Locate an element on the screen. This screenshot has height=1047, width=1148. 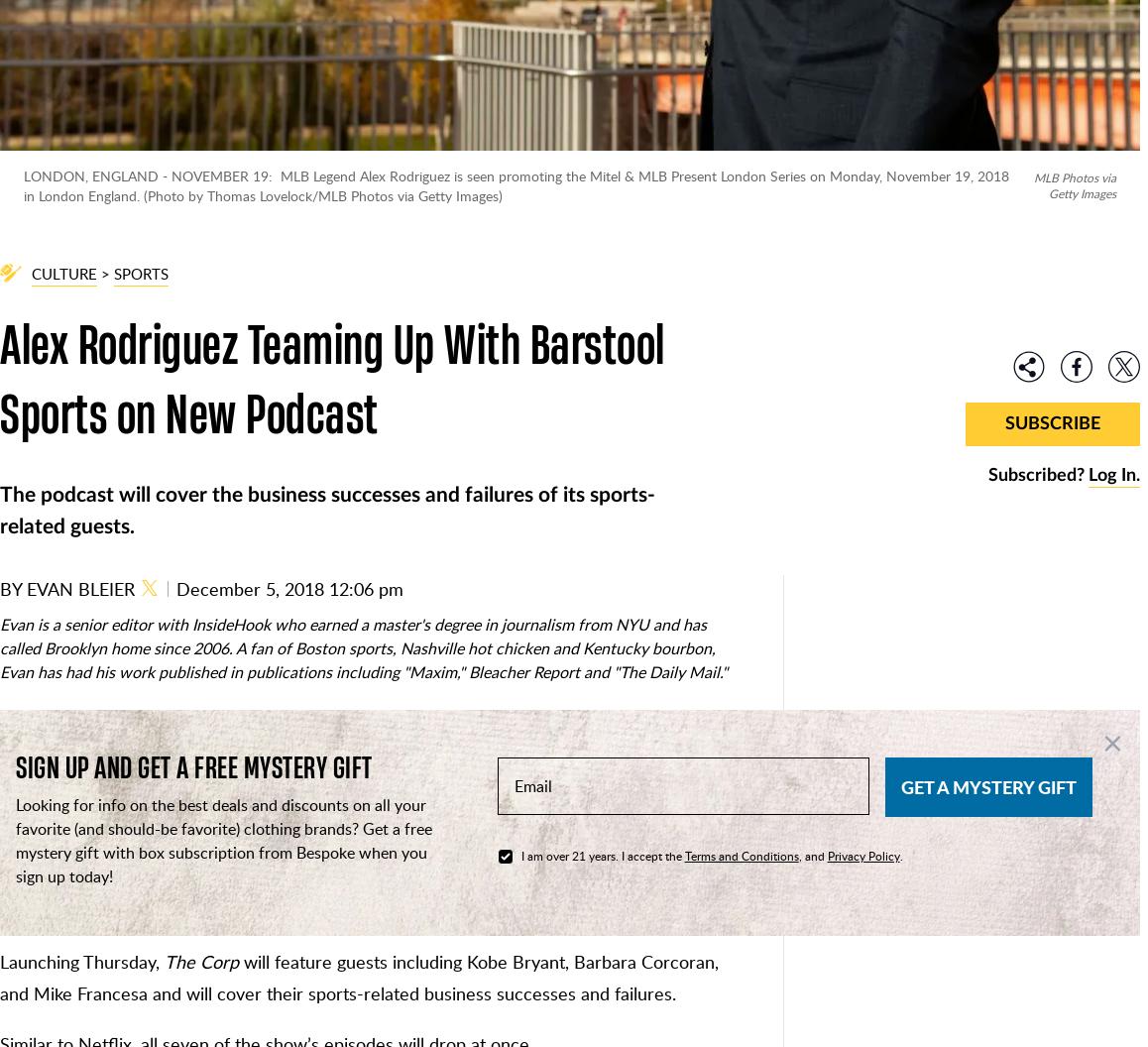
'A pair of polarizing sports entities is teaming up on a new project.' is located at coordinates (255, 744).